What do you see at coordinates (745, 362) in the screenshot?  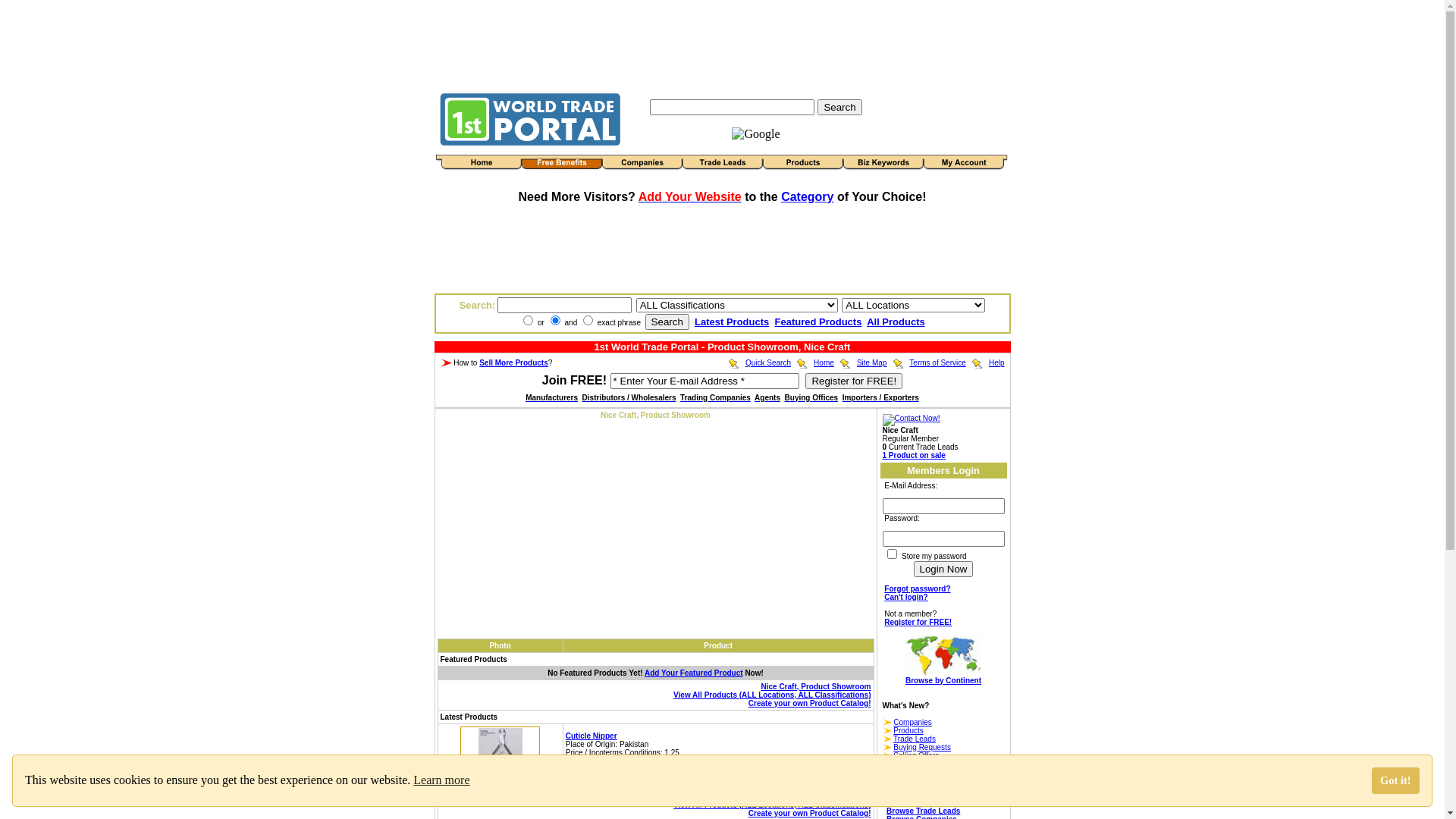 I see `'Quick Search'` at bounding box center [745, 362].